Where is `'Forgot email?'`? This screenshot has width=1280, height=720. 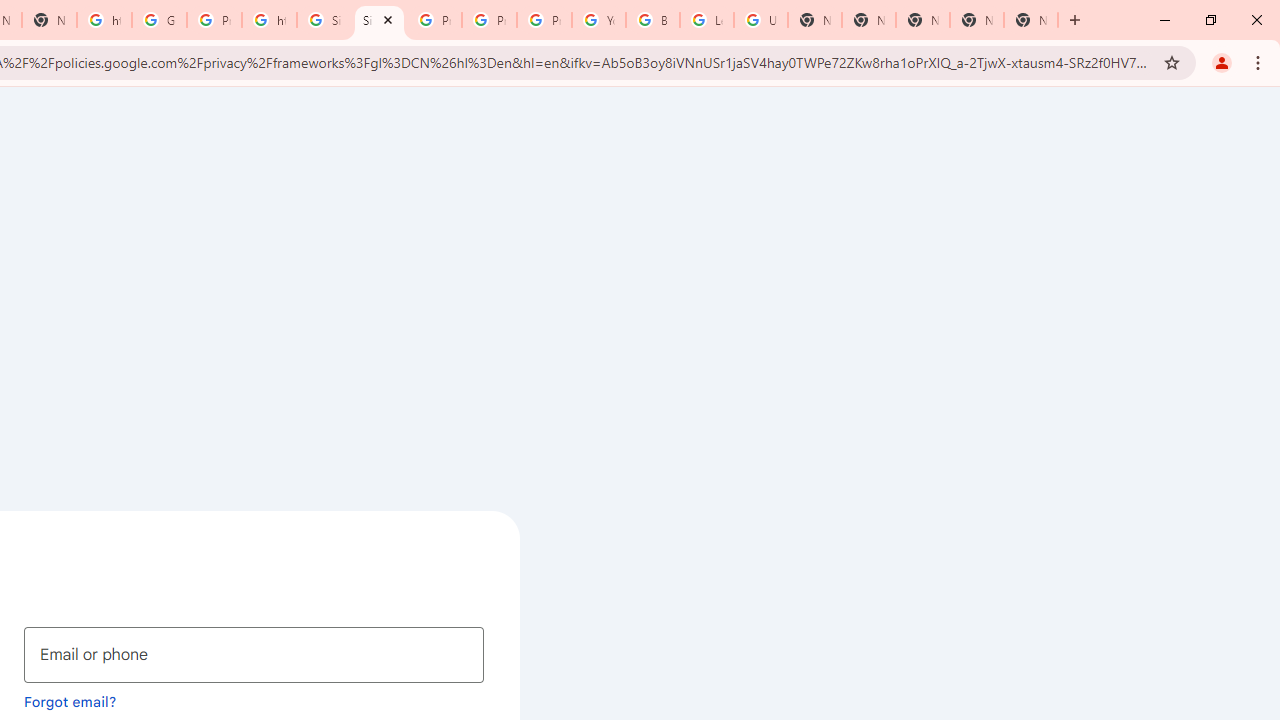 'Forgot email?' is located at coordinates (70, 700).